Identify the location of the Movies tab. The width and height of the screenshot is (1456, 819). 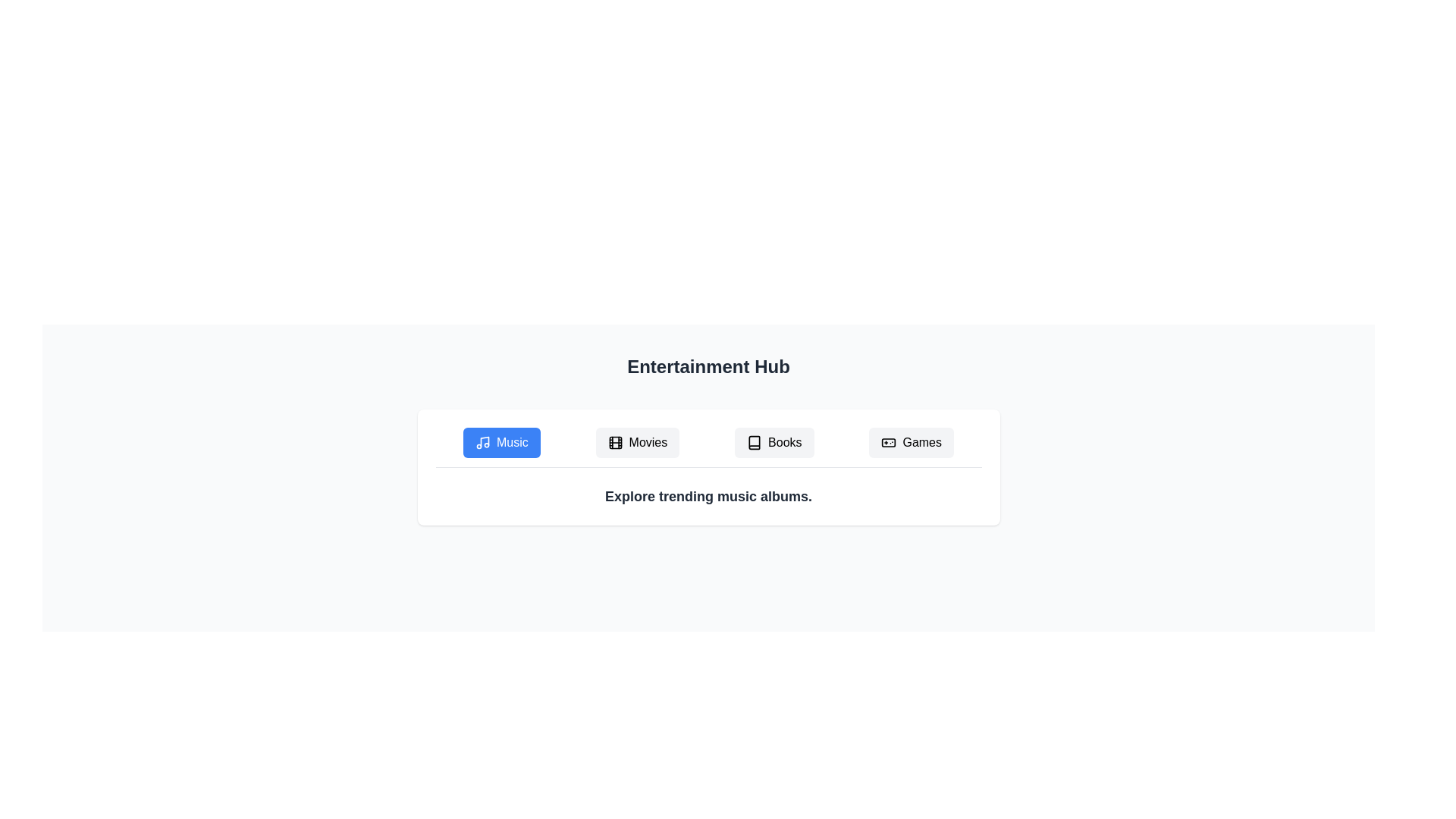
(637, 442).